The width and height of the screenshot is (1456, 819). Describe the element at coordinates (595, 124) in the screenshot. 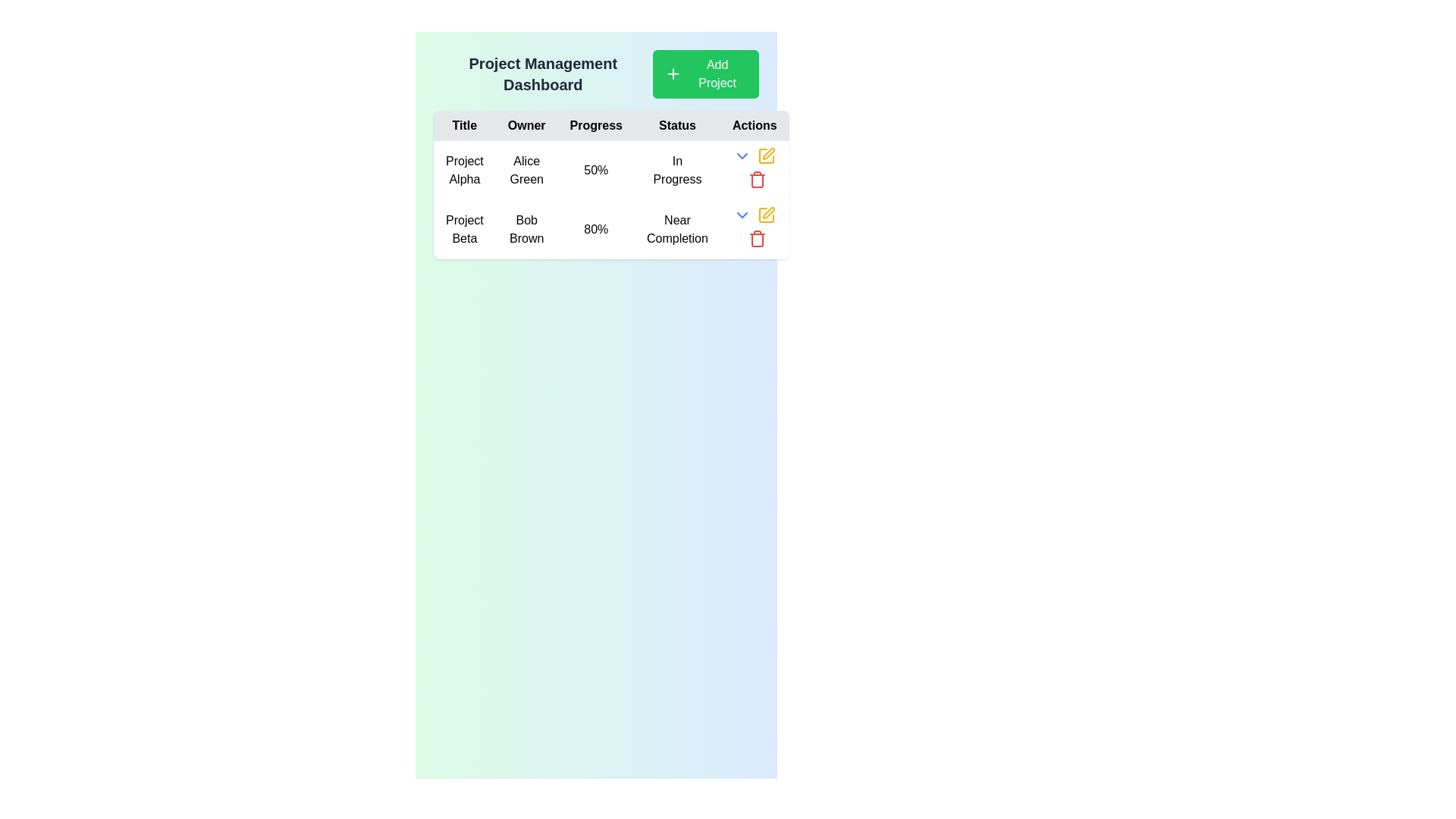

I see `the 'Progress' header in the table, which is the third element in the row, positioned between 'Owner' and 'Status'` at that location.